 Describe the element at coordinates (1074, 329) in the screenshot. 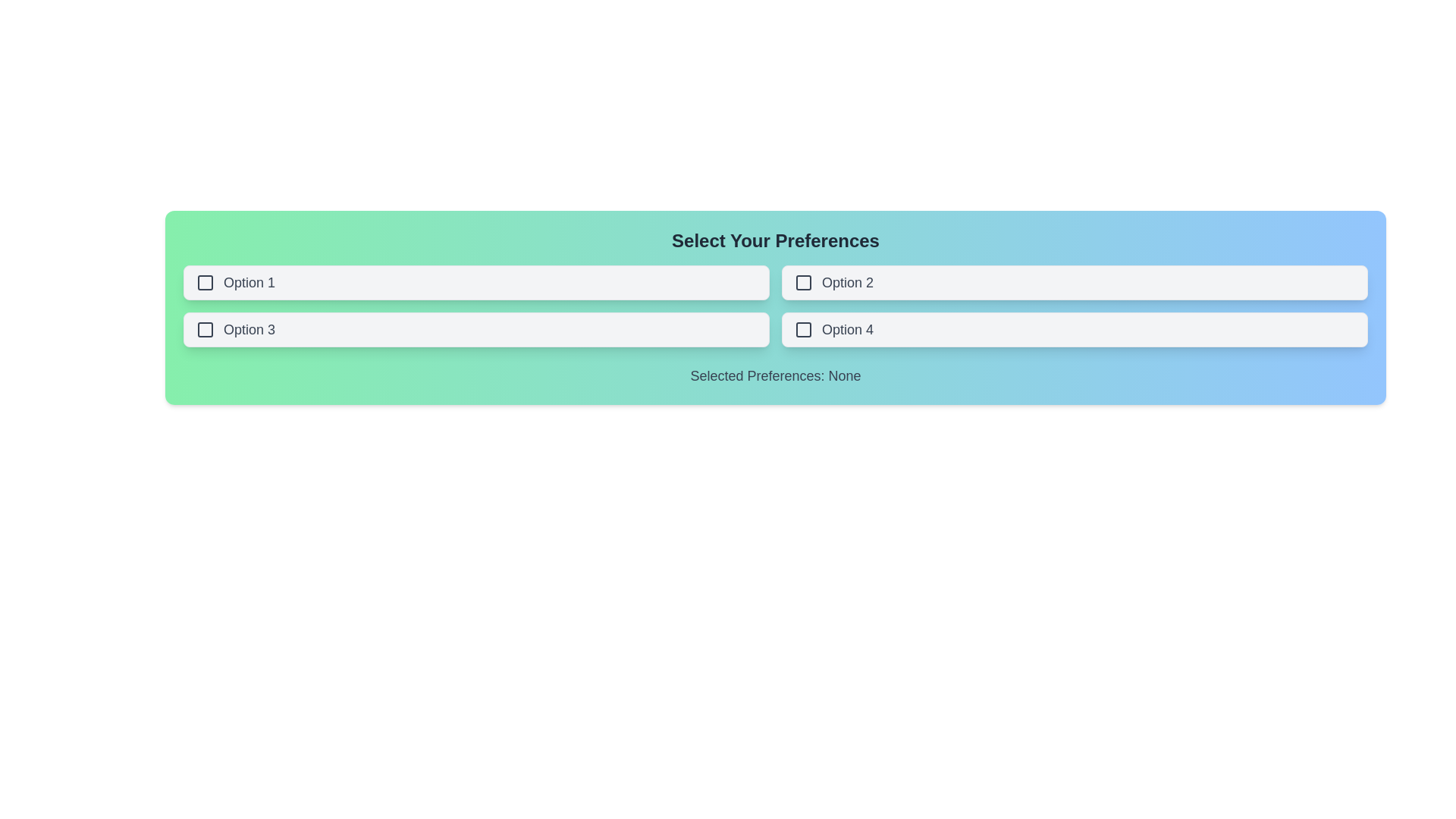

I see `the button labeled Option 4 to observe the hover state change` at that location.